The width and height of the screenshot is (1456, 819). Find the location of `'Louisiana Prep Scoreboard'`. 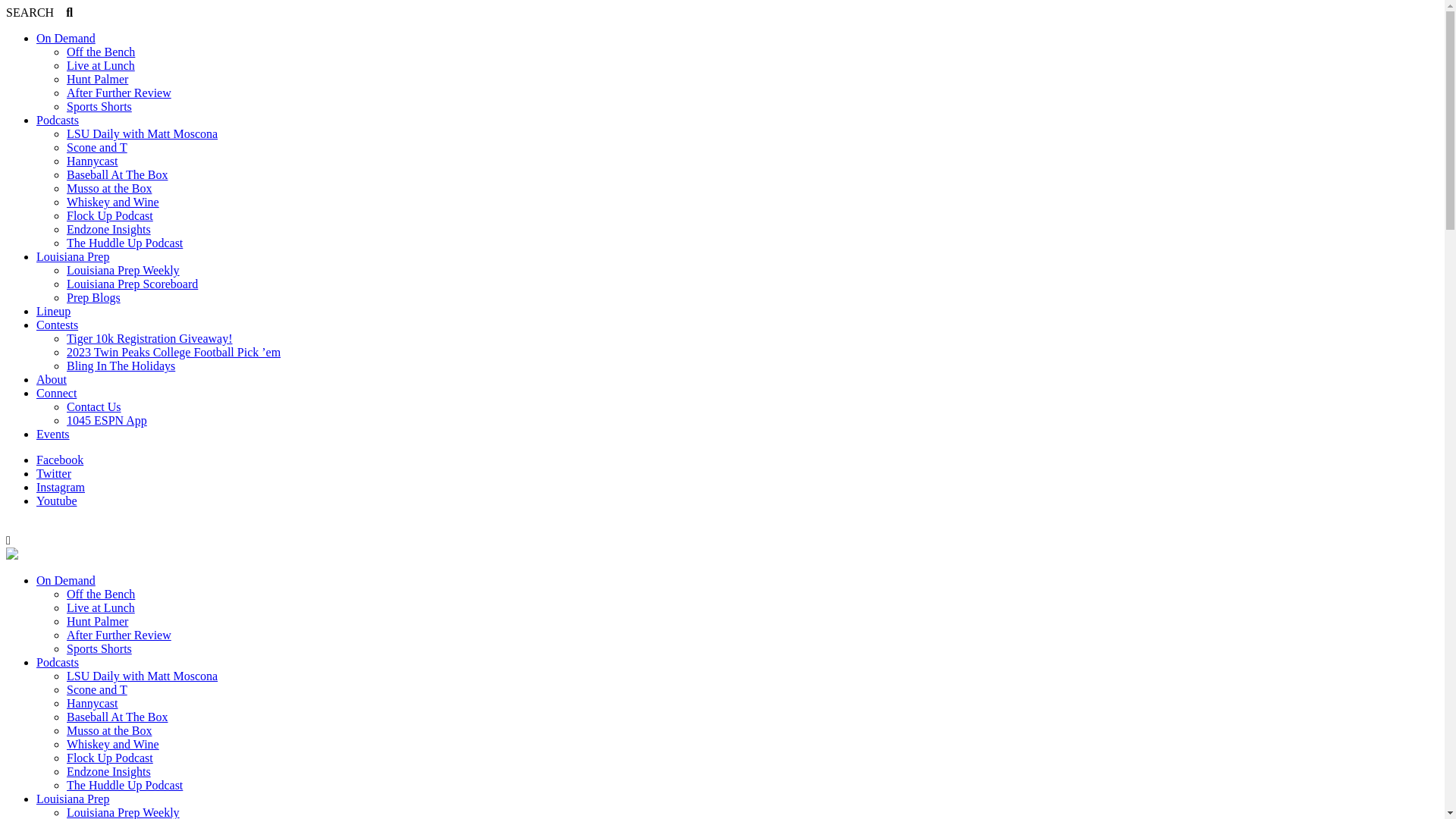

'Louisiana Prep Scoreboard' is located at coordinates (65, 284).